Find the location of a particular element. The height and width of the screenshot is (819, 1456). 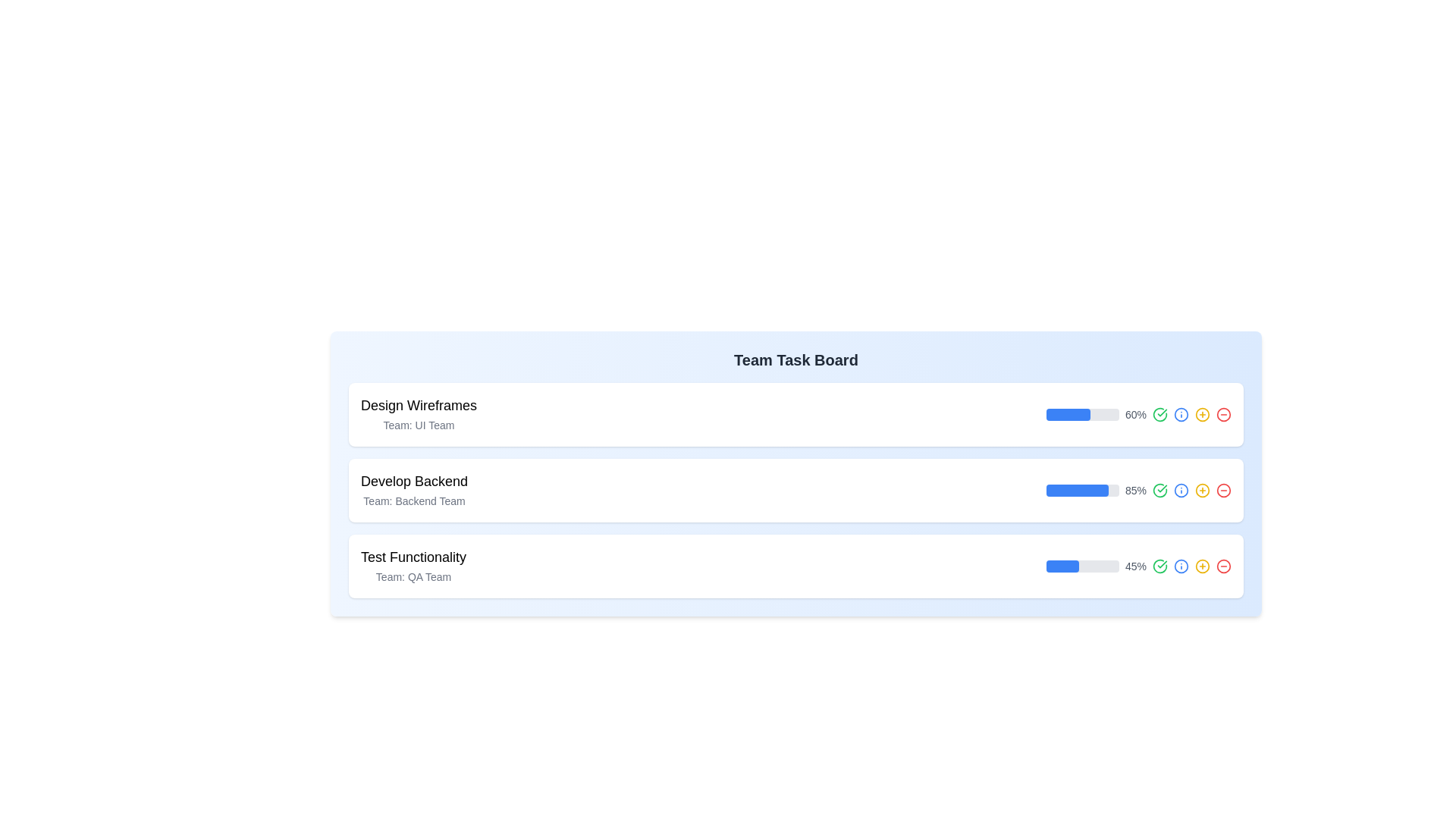

the text block displaying the title 'Design Wireframes' and the team 'UI Team', which is the topmost task item in the vertical list under 'Team Task Board' is located at coordinates (419, 415).